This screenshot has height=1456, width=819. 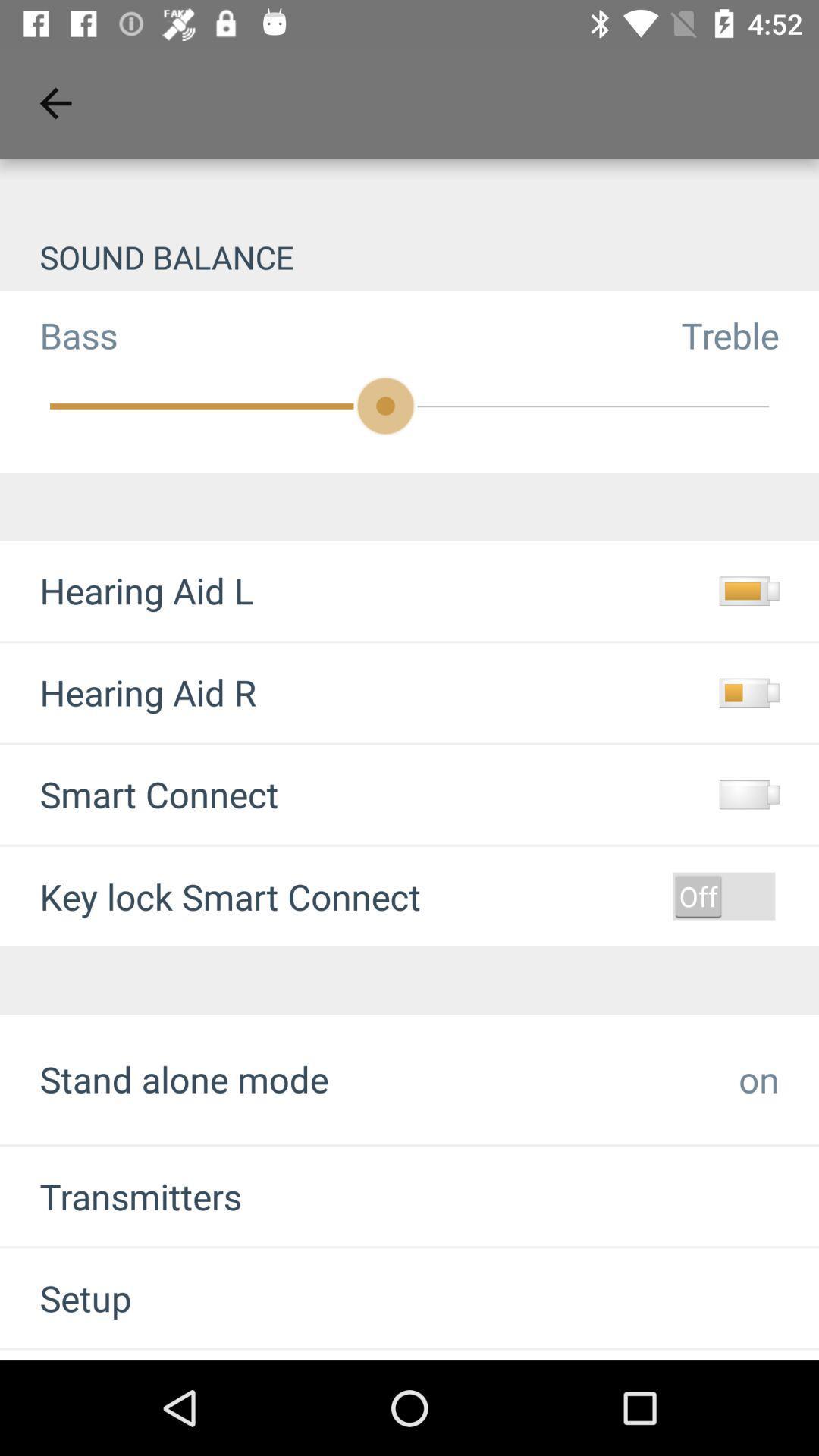 What do you see at coordinates (184, 1078) in the screenshot?
I see `the stand alone mode icon` at bounding box center [184, 1078].